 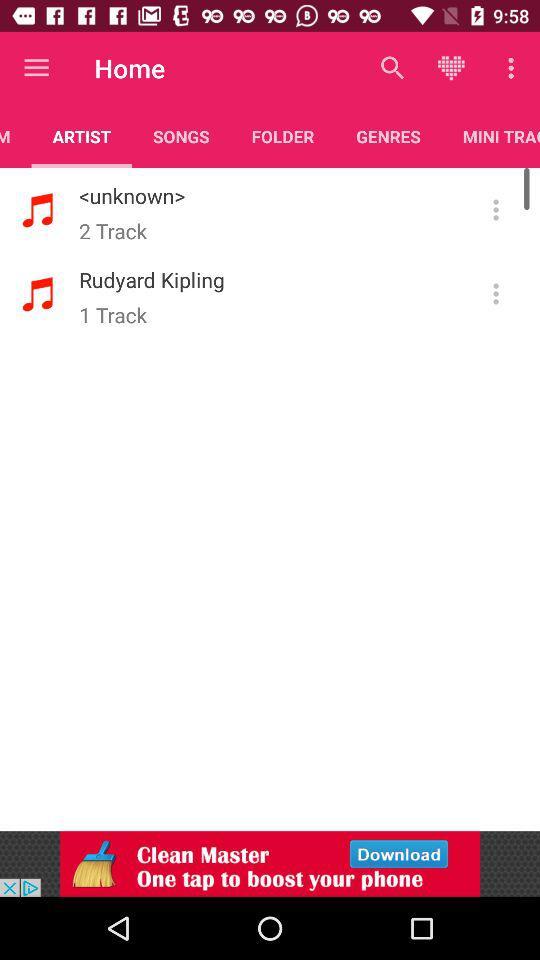 What do you see at coordinates (495, 210) in the screenshot?
I see `more information button` at bounding box center [495, 210].